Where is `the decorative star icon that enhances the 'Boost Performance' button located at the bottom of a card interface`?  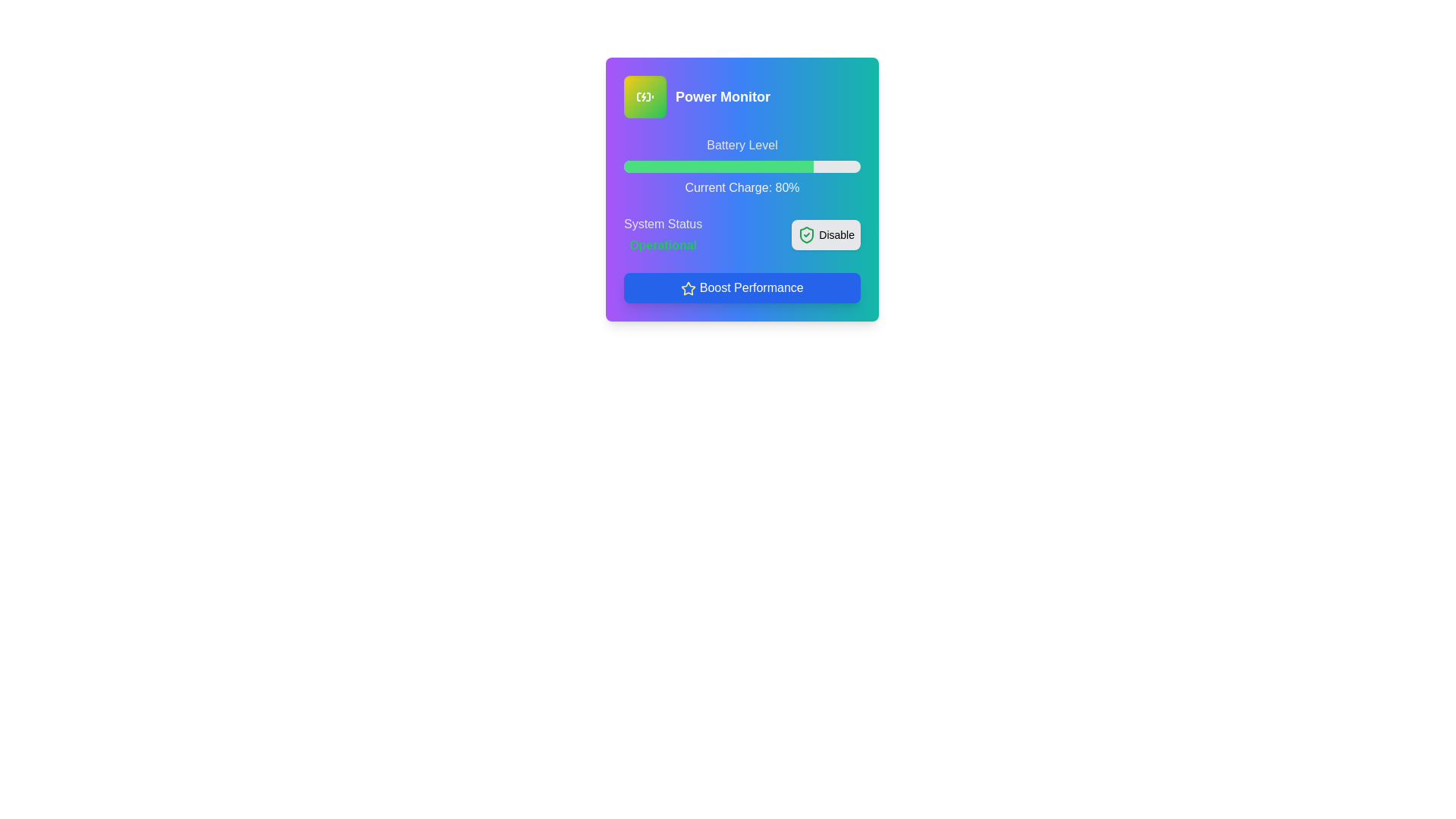 the decorative star icon that enhances the 'Boost Performance' button located at the bottom of a card interface is located at coordinates (687, 288).